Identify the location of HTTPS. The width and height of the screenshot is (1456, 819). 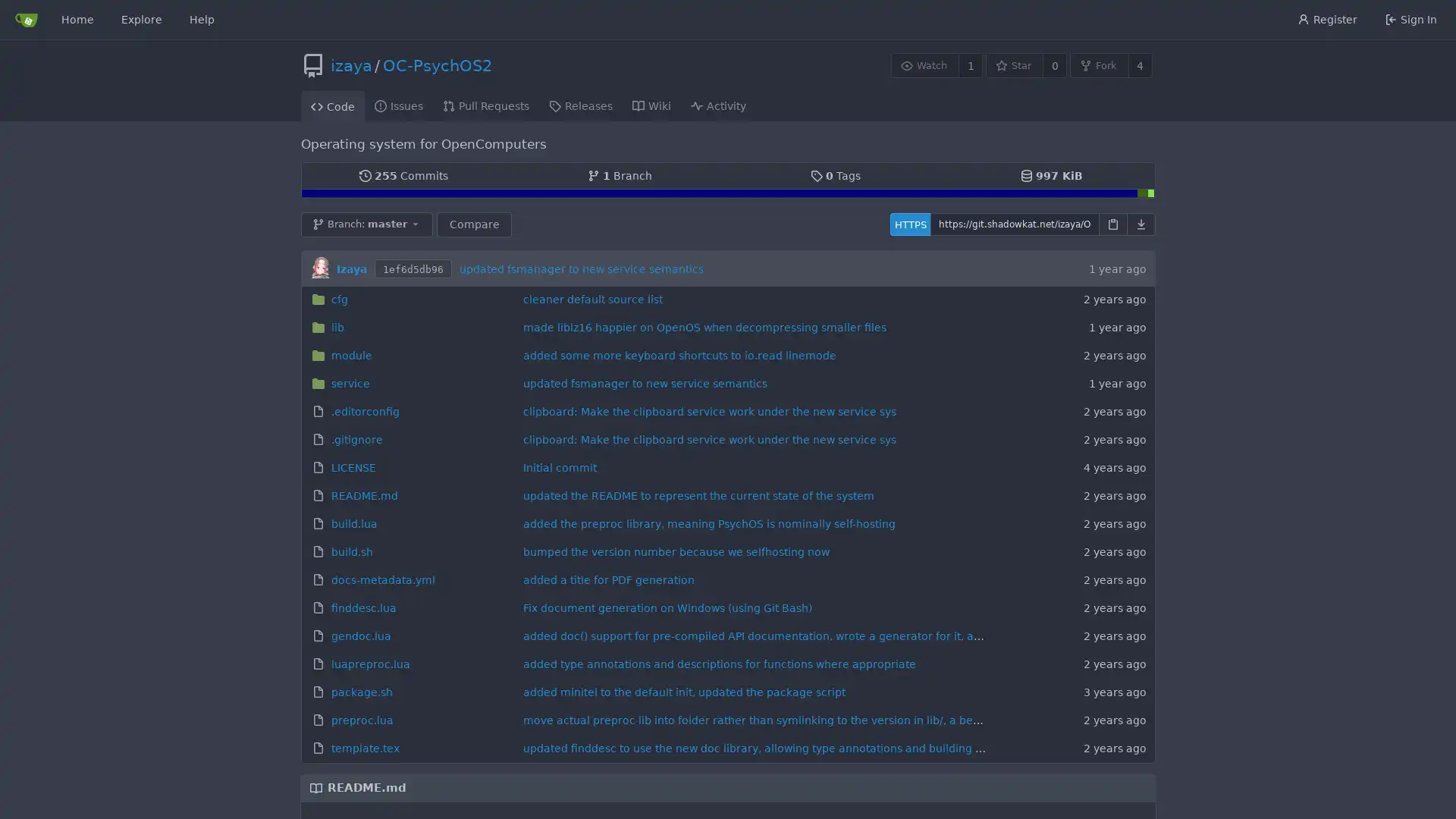
(909, 224).